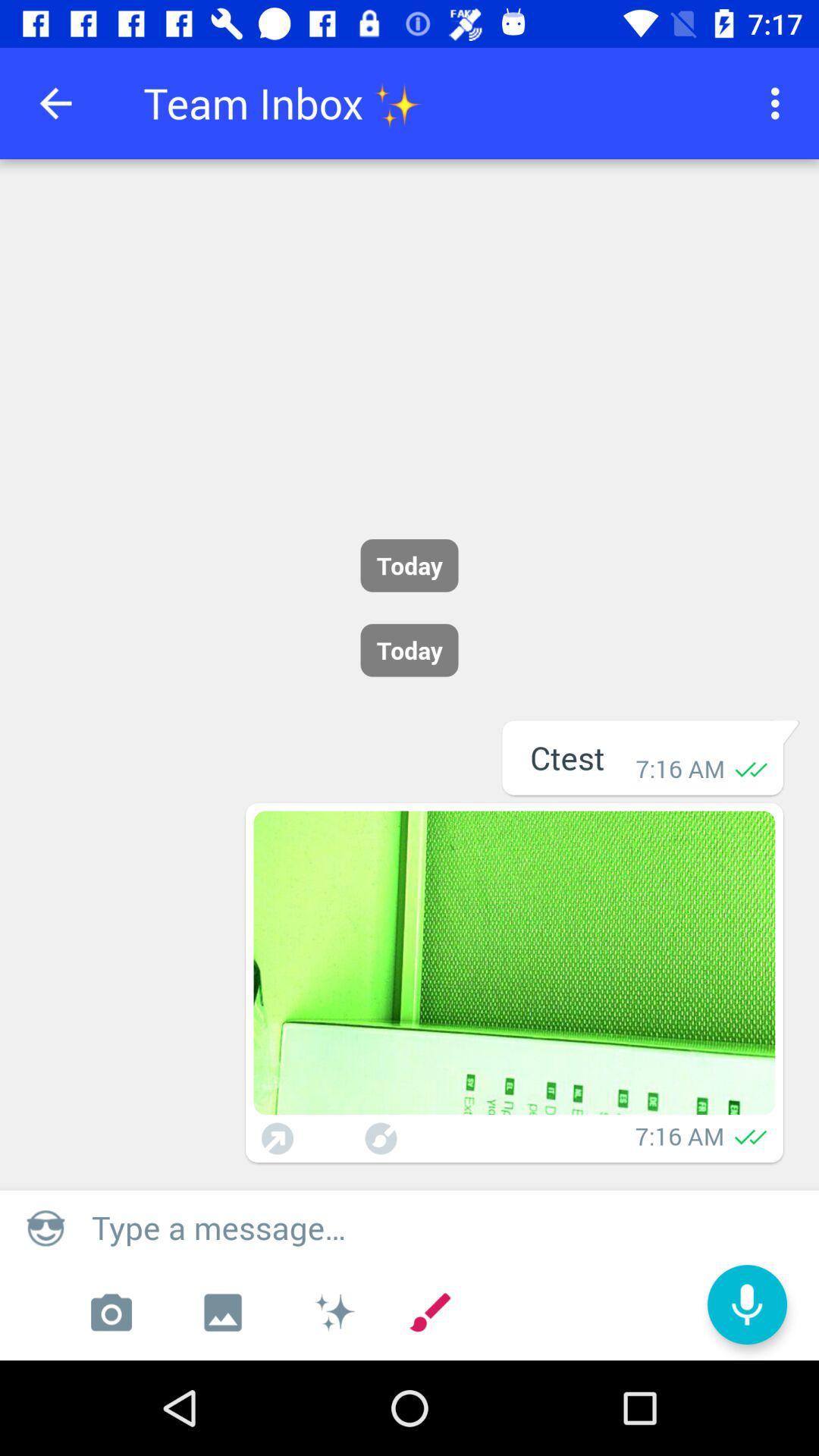  What do you see at coordinates (430, 1312) in the screenshot?
I see `the edit icon` at bounding box center [430, 1312].